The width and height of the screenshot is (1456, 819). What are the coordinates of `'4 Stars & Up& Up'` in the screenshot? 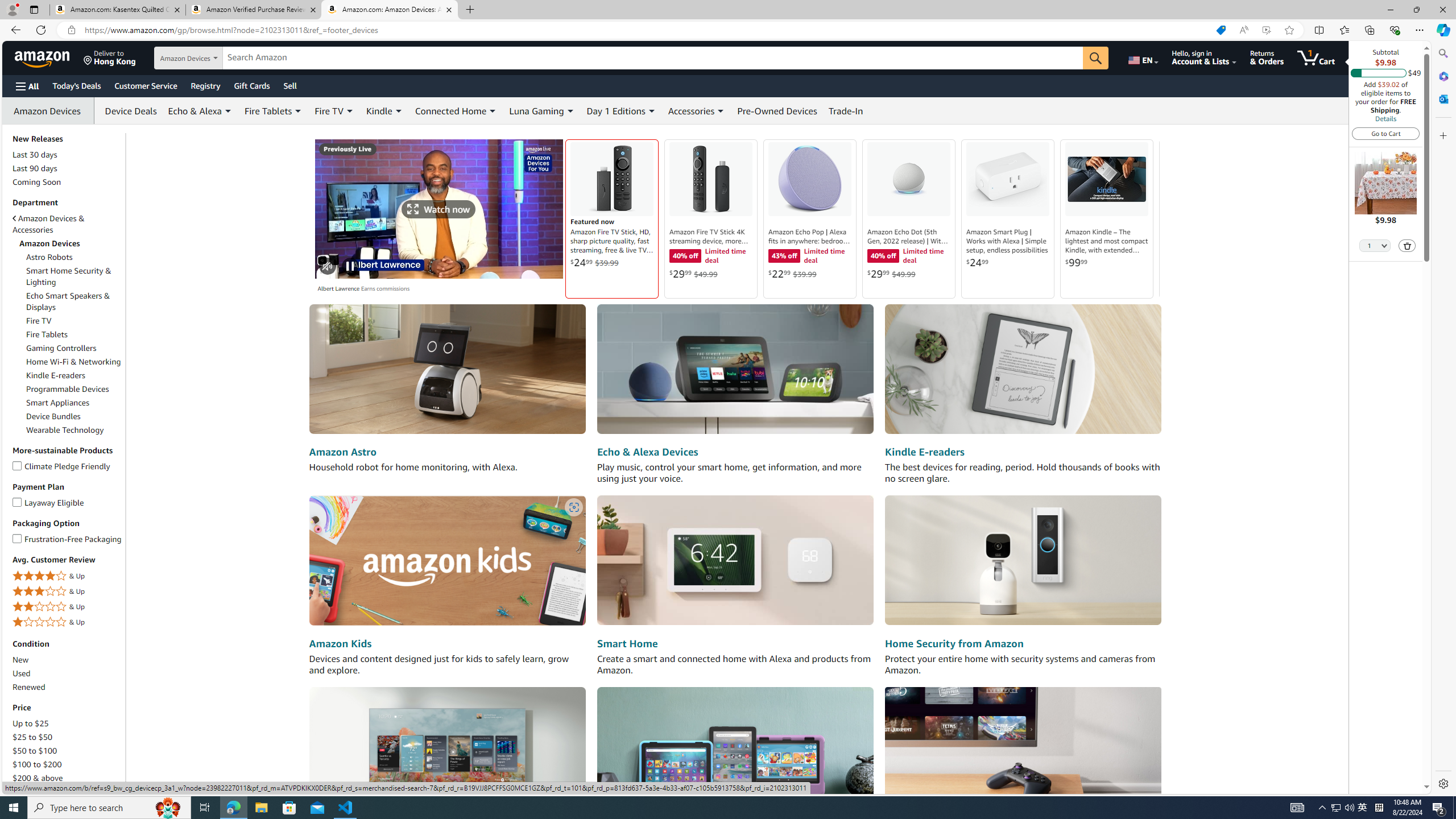 It's located at (67, 576).